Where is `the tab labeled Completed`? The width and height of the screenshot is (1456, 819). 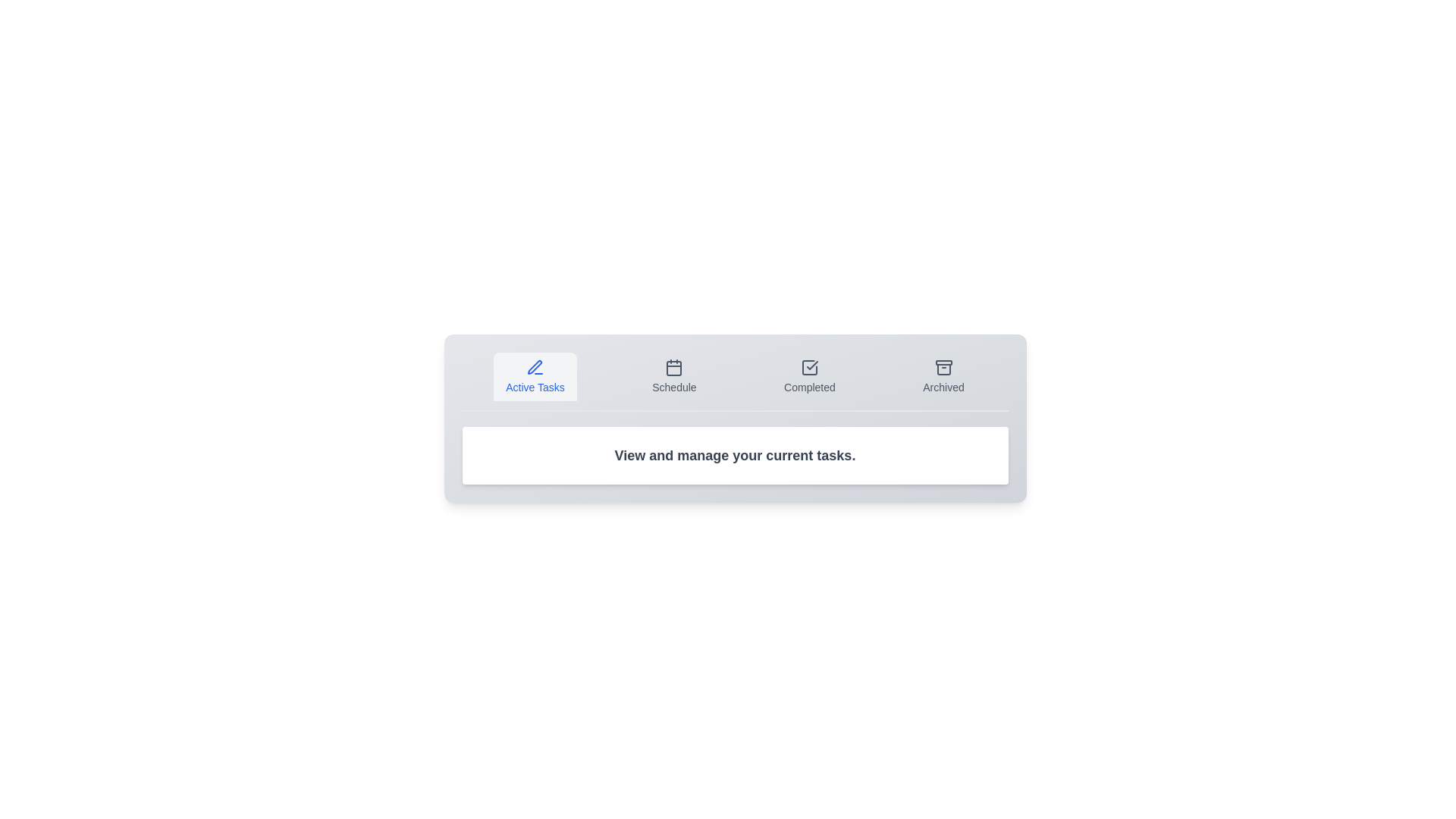 the tab labeled Completed is located at coordinates (809, 376).